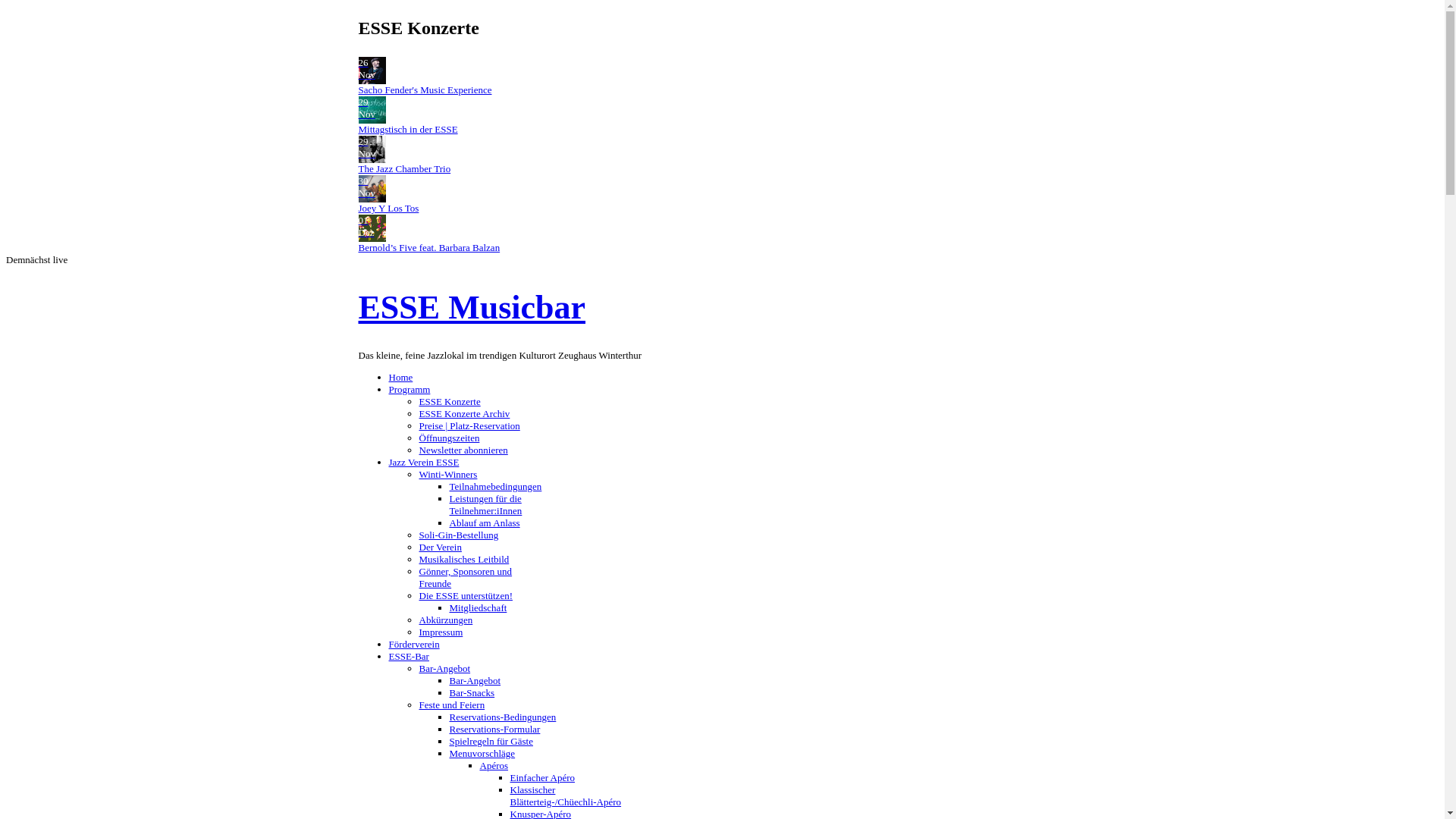 The width and height of the screenshot is (1456, 819). I want to click on 'Teilnahmebedingungen', so click(494, 486).